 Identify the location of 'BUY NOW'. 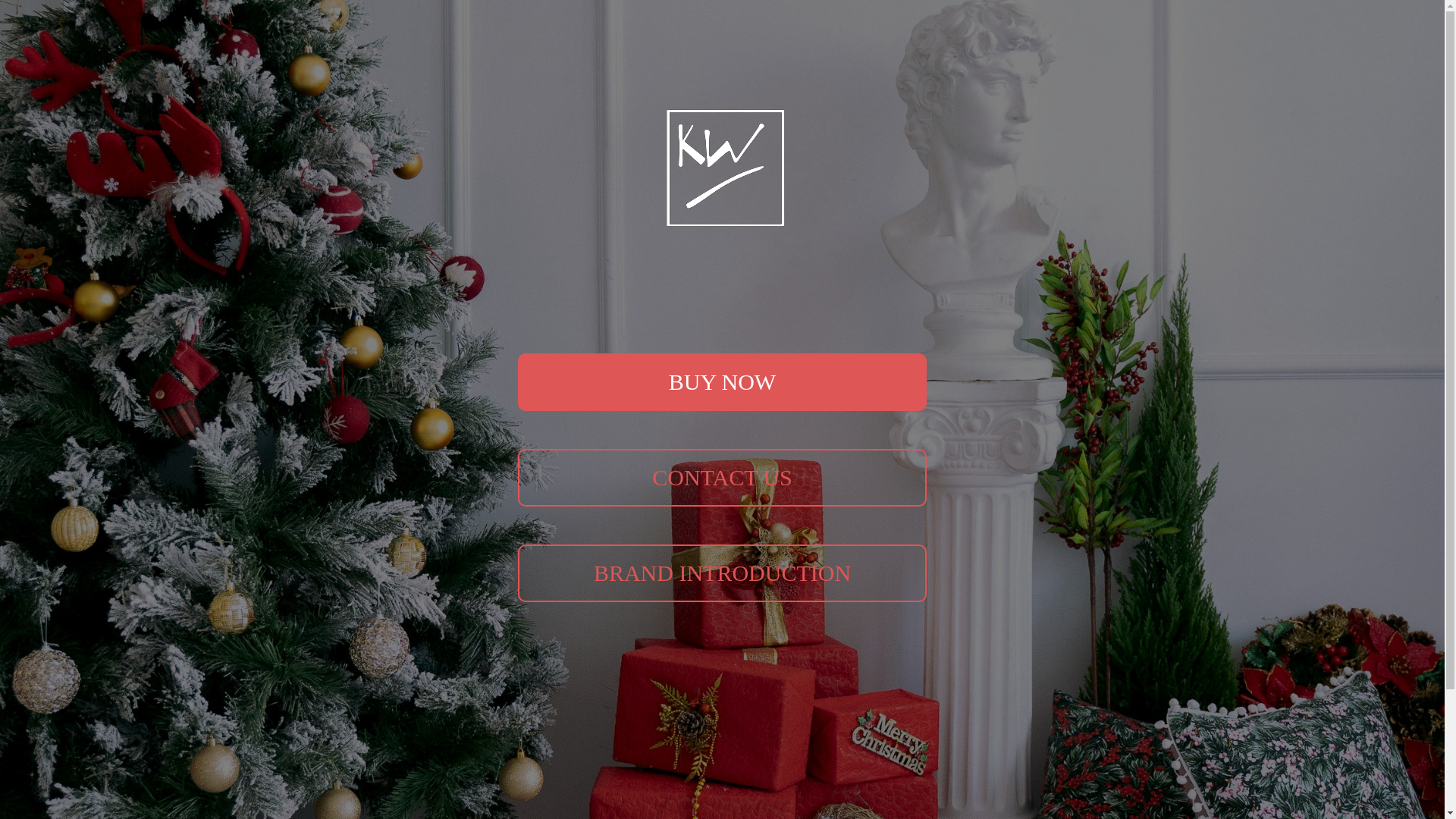
(721, 381).